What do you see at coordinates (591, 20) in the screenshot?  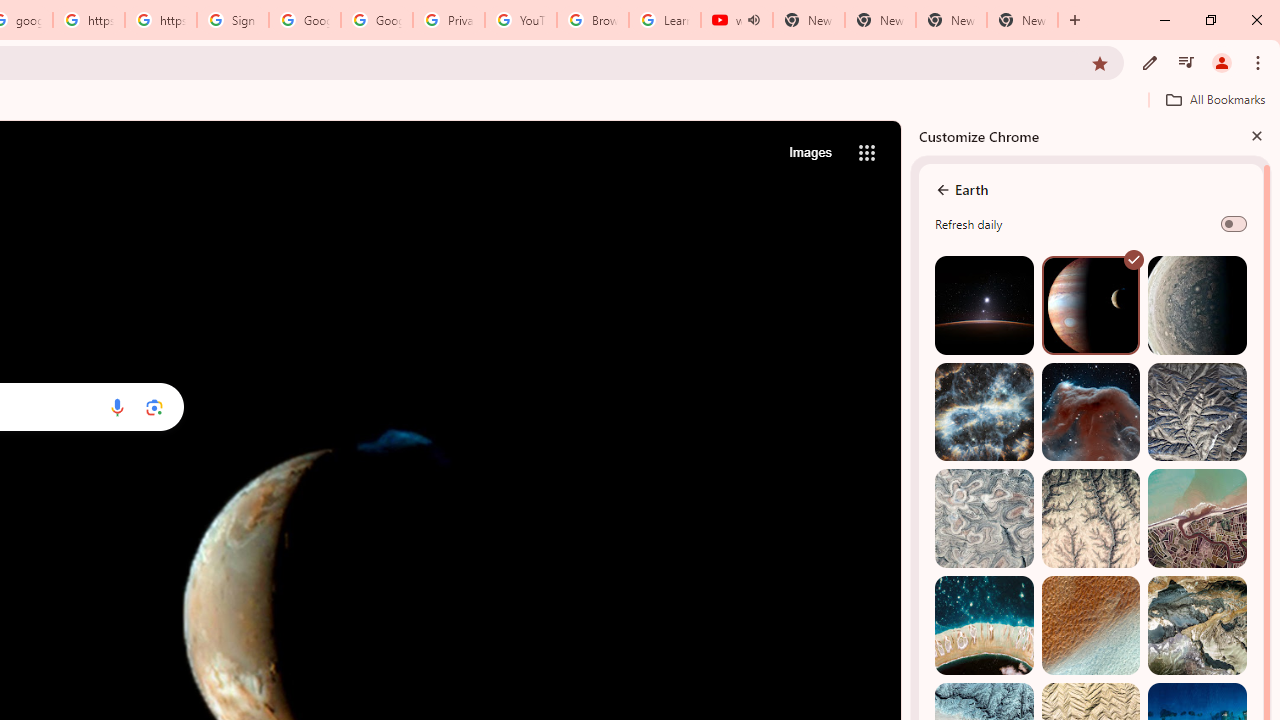 I see `'Browse Chrome as a guest - Computer - Google Chrome Help'` at bounding box center [591, 20].